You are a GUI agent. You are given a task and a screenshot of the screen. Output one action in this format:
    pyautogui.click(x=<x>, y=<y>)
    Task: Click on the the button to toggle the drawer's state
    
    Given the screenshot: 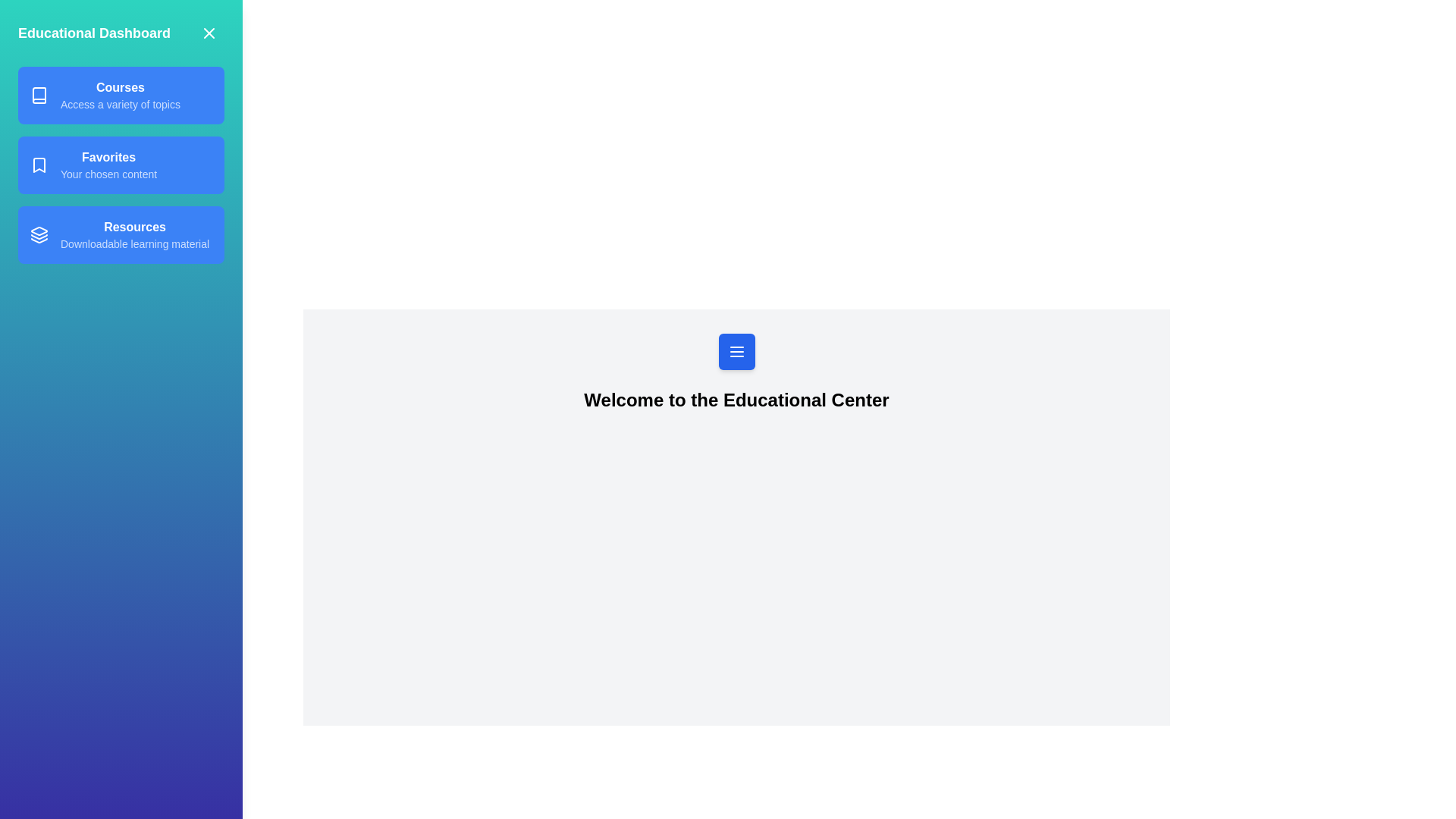 What is the action you would take?
    pyautogui.click(x=736, y=351)
    